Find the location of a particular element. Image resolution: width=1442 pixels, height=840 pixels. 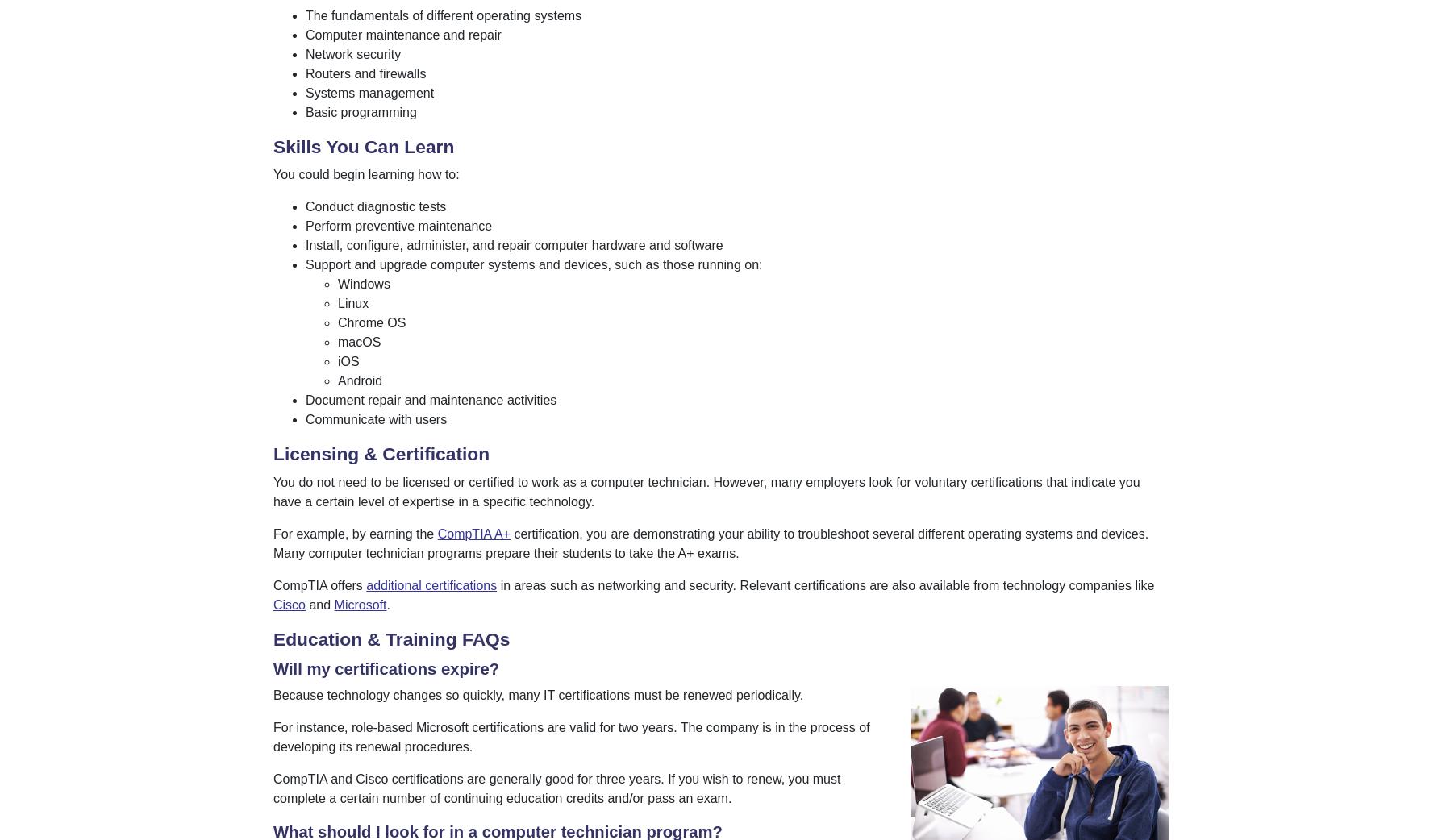

'Network security' is located at coordinates (352, 52).